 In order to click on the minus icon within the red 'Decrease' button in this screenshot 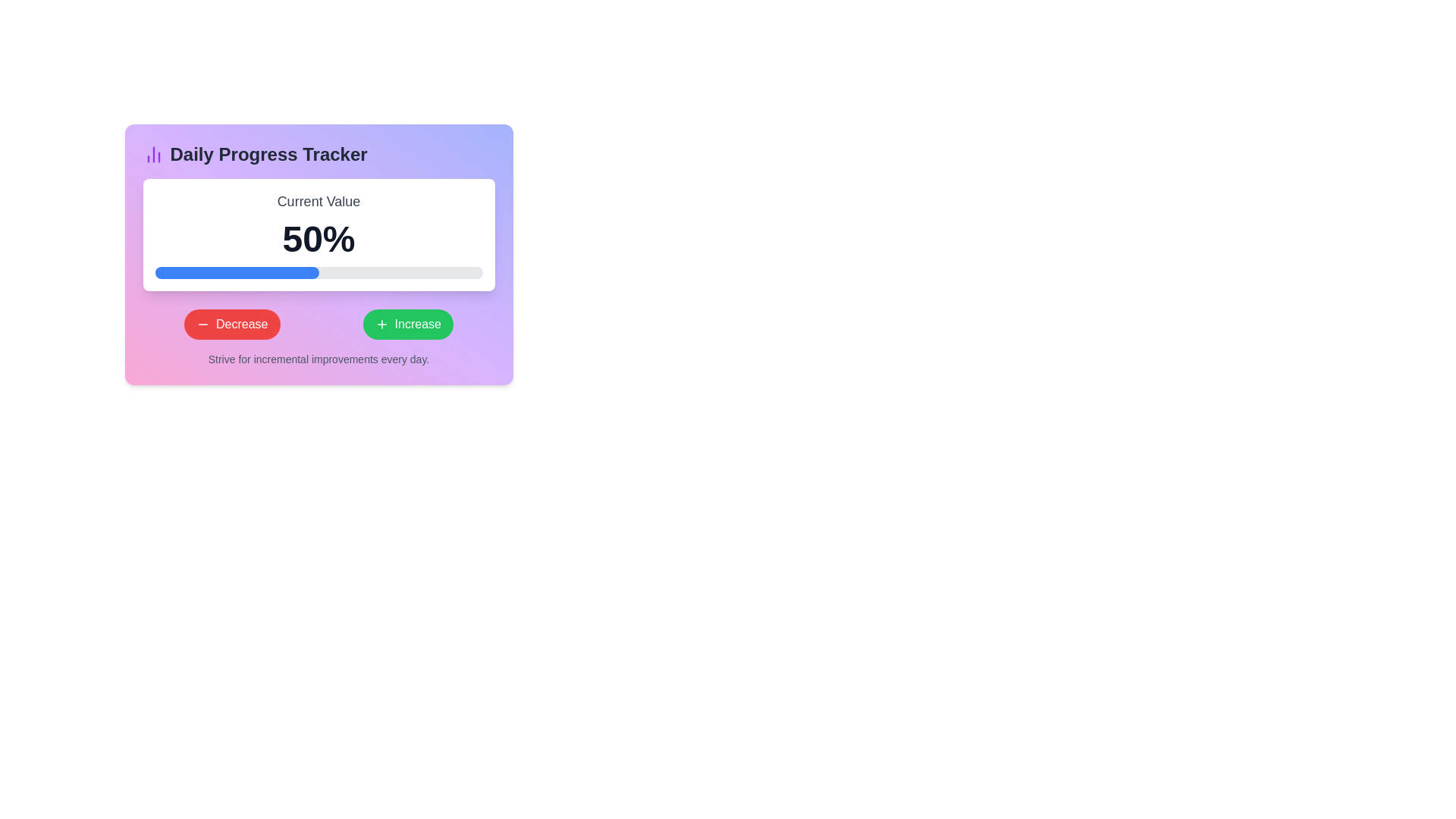, I will do `click(202, 324)`.